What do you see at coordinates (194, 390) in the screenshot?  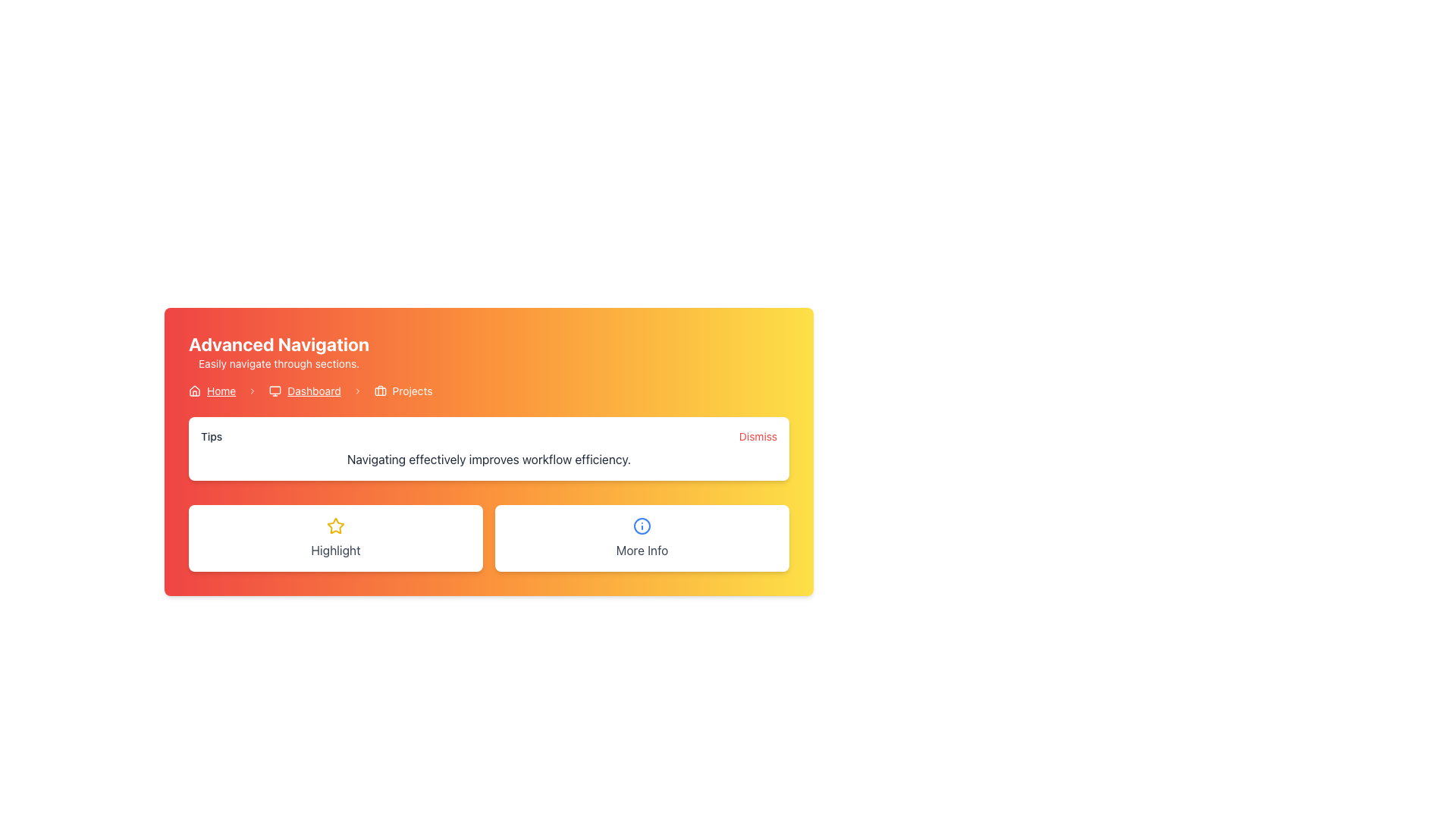 I see `the stylized house icon in the breadcrumb navigation to trigger a tooltip` at bounding box center [194, 390].